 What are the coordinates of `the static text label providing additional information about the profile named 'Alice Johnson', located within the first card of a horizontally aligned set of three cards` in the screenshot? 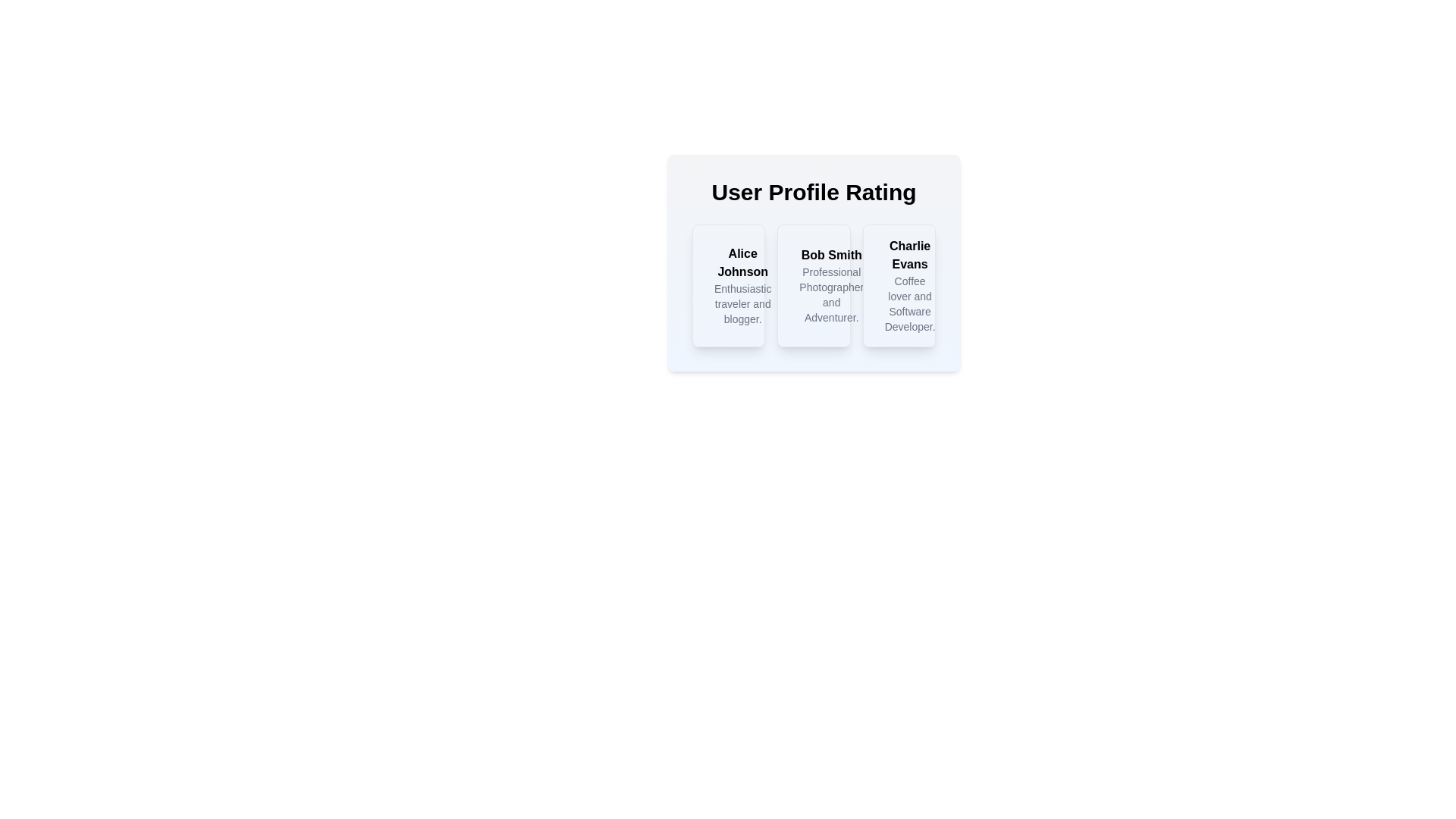 It's located at (742, 304).